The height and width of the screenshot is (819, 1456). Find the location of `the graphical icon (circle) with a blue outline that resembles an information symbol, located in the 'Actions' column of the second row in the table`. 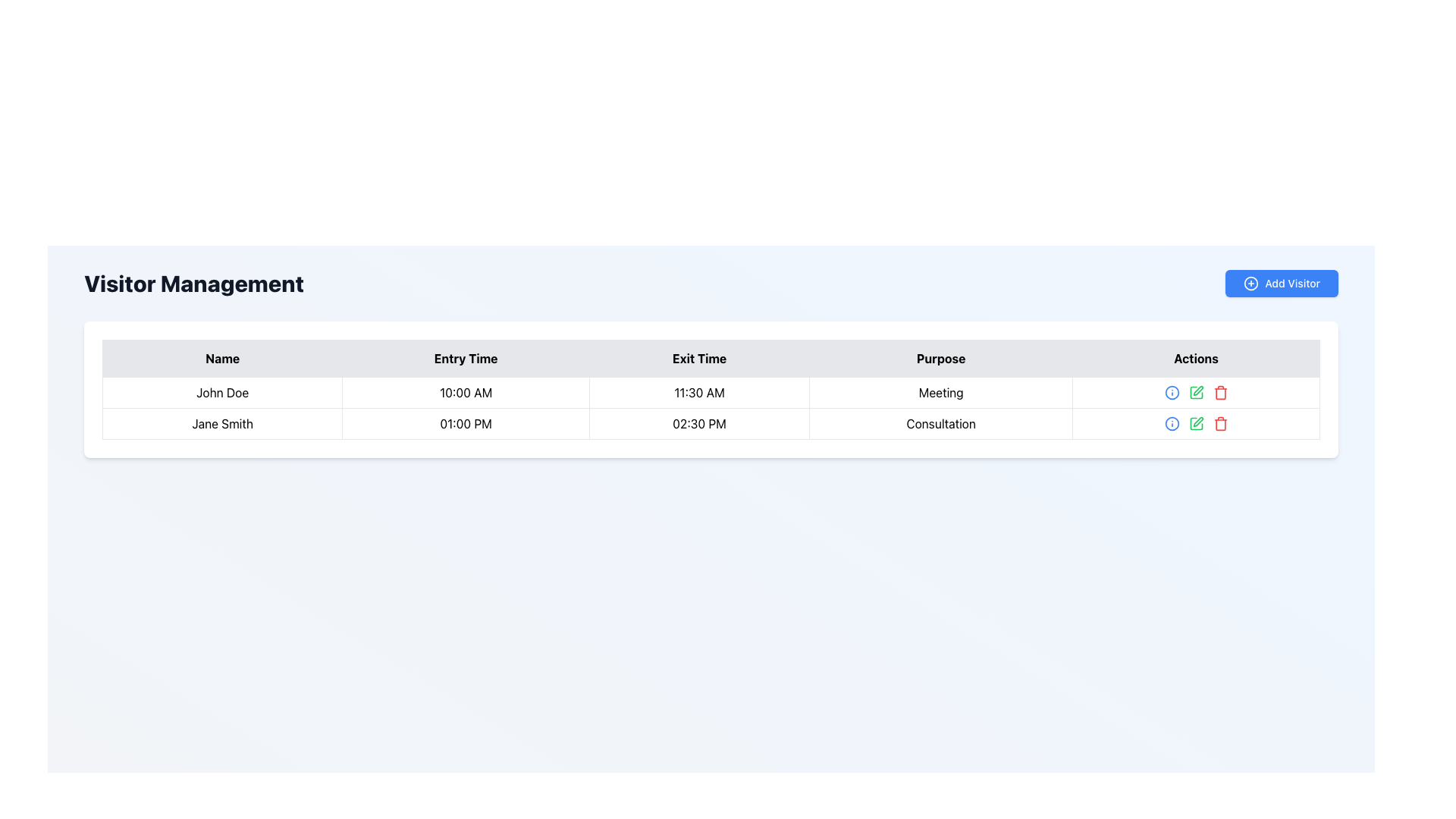

the graphical icon (circle) with a blue outline that resembles an information symbol, located in the 'Actions' column of the second row in the table is located at coordinates (1171, 391).